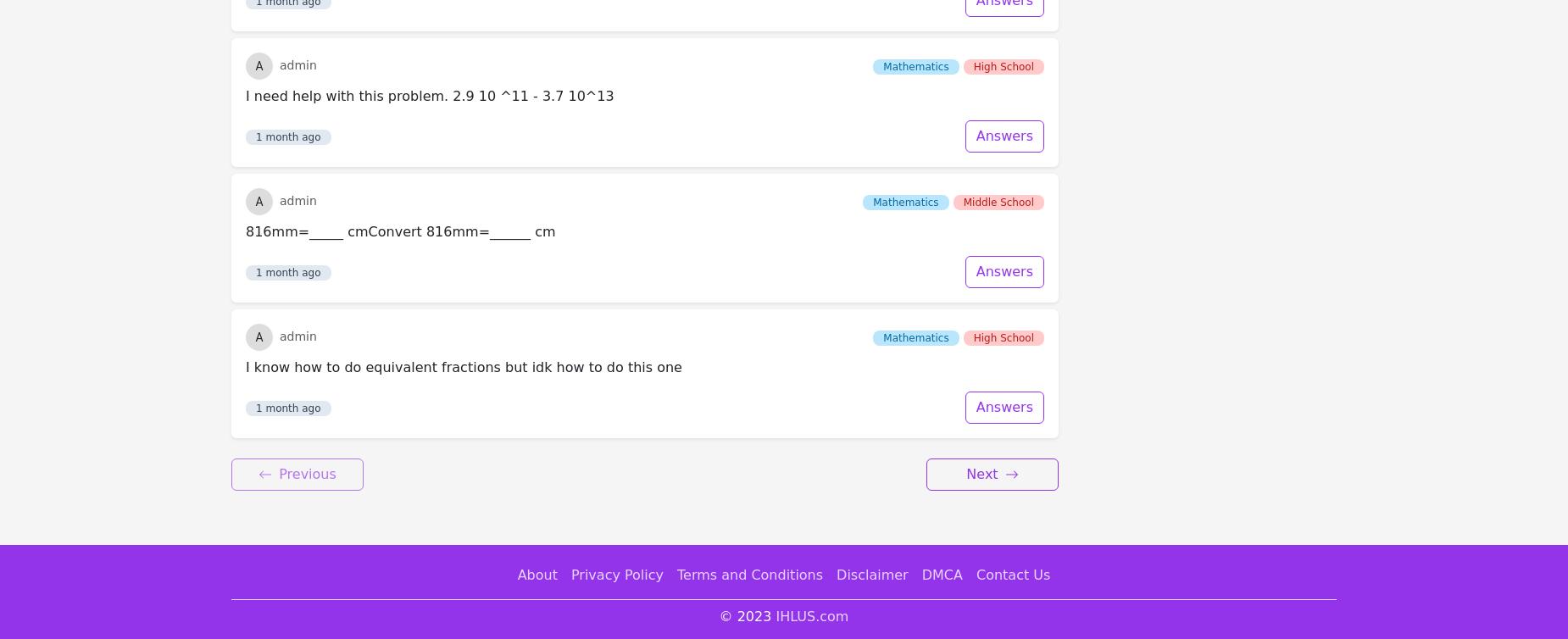 The image size is (1568, 639). Describe the element at coordinates (1011, 394) in the screenshot. I see `'Contact Us'` at that location.